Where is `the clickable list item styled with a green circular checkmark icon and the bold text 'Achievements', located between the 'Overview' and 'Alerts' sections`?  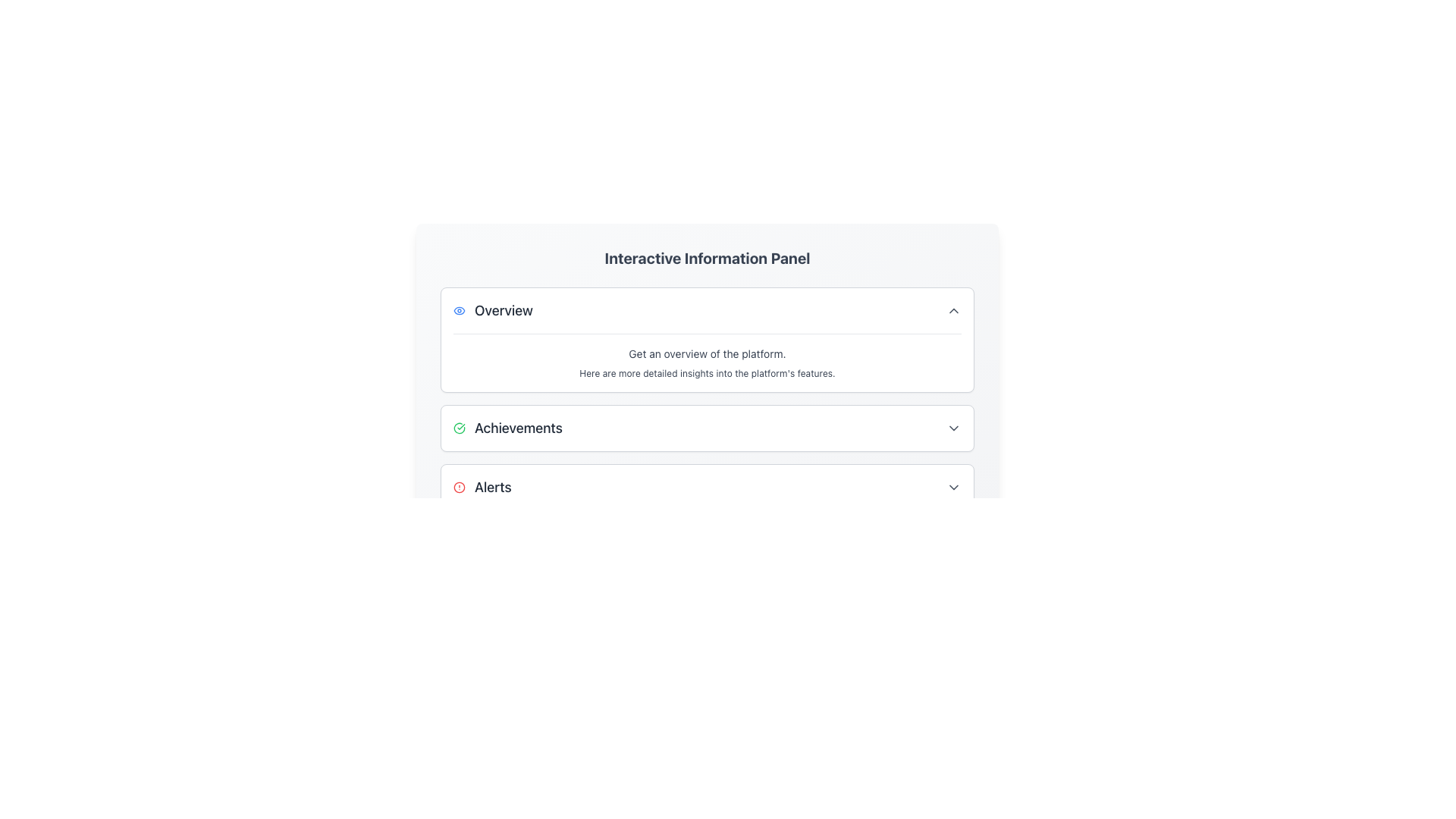
the clickable list item styled with a green circular checkmark icon and the bold text 'Achievements', located between the 'Overview' and 'Alerts' sections is located at coordinates (507, 428).